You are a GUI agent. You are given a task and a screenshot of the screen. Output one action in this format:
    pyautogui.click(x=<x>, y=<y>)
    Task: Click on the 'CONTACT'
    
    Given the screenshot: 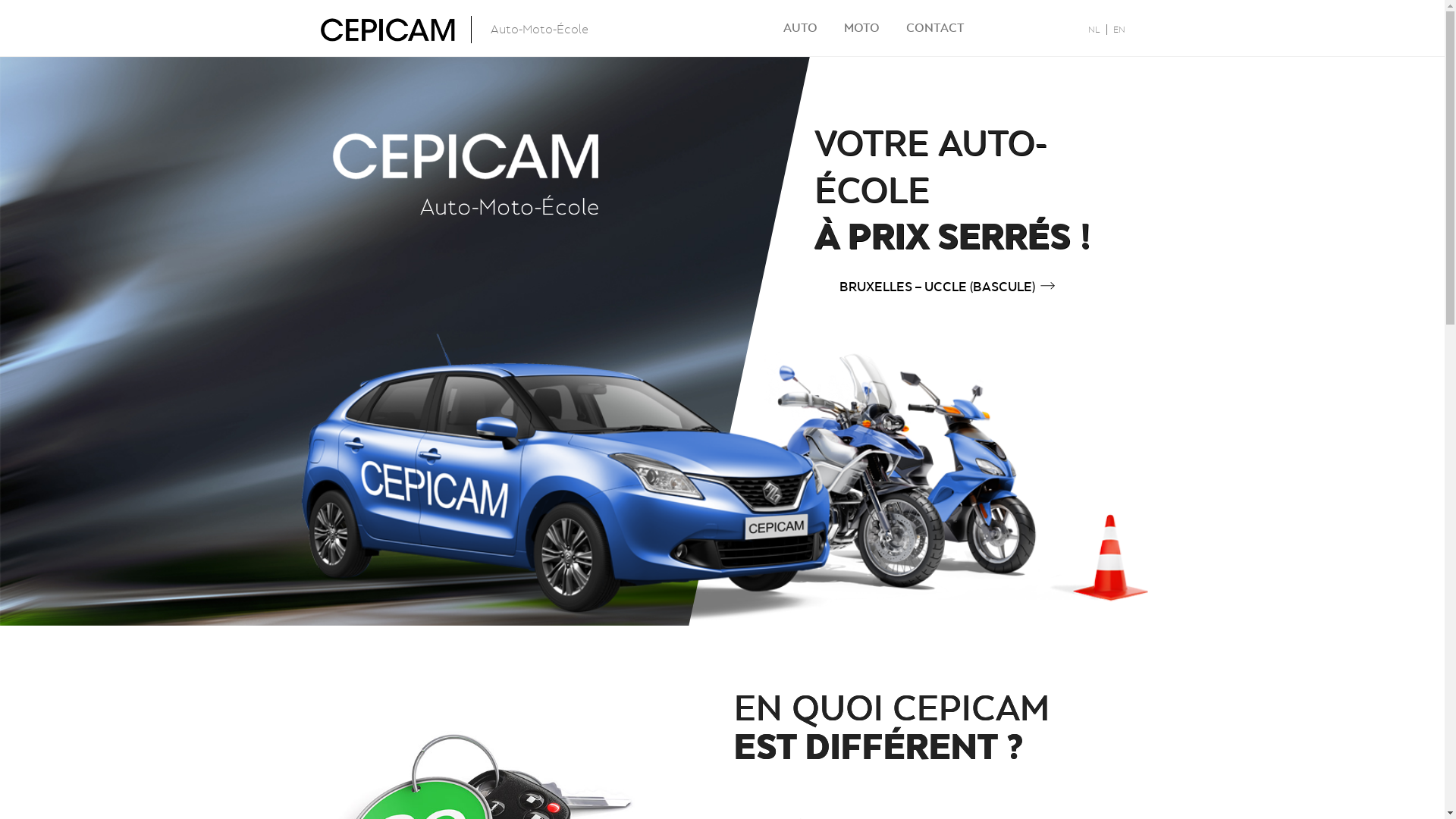 What is the action you would take?
    pyautogui.click(x=934, y=27)
    